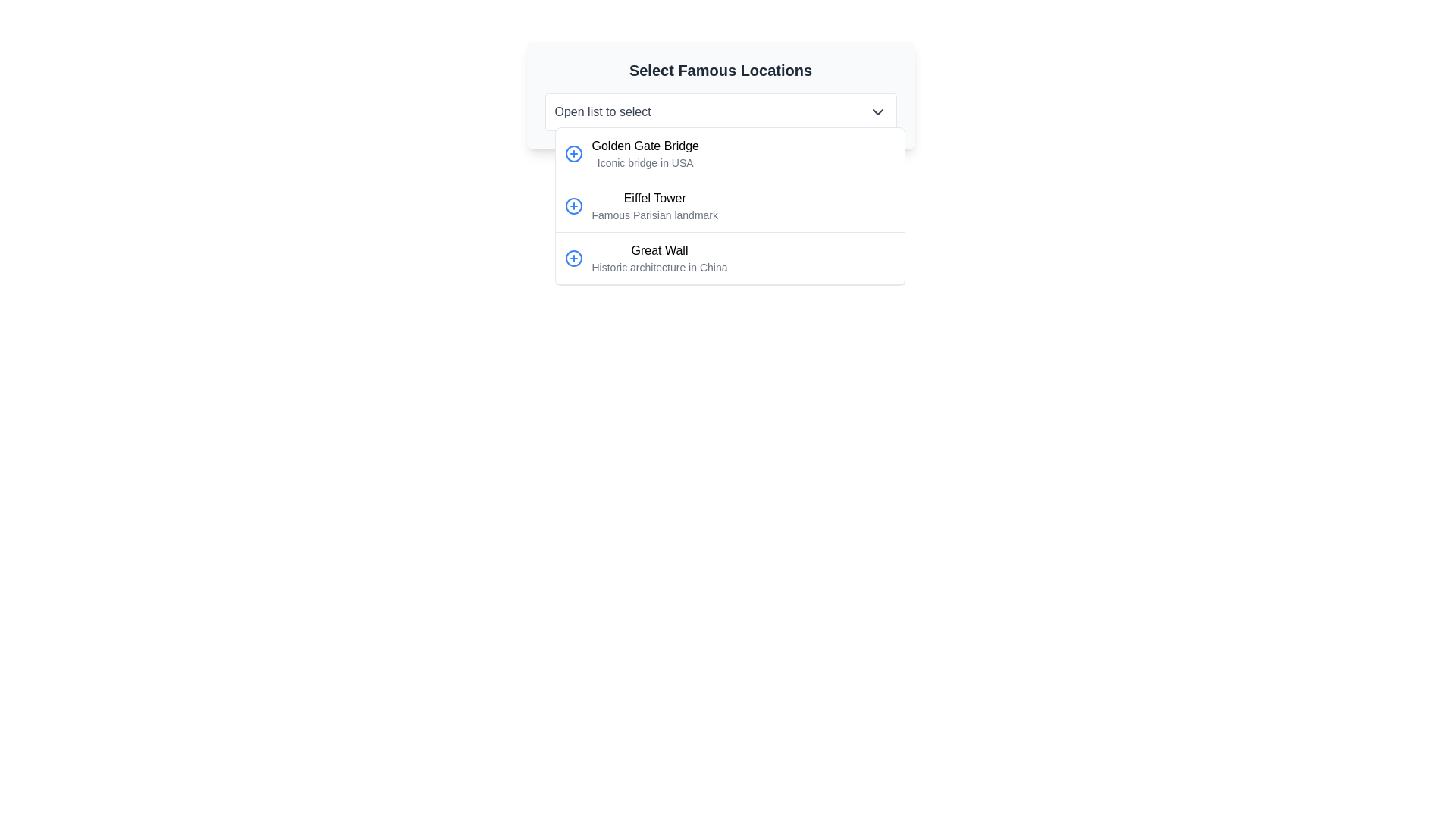  Describe the element at coordinates (645, 163) in the screenshot. I see `the Text Label that provides additional contextual information about 'Golden Gate Bridge', positioned directly beneath it, as the second line of text in the list` at that location.